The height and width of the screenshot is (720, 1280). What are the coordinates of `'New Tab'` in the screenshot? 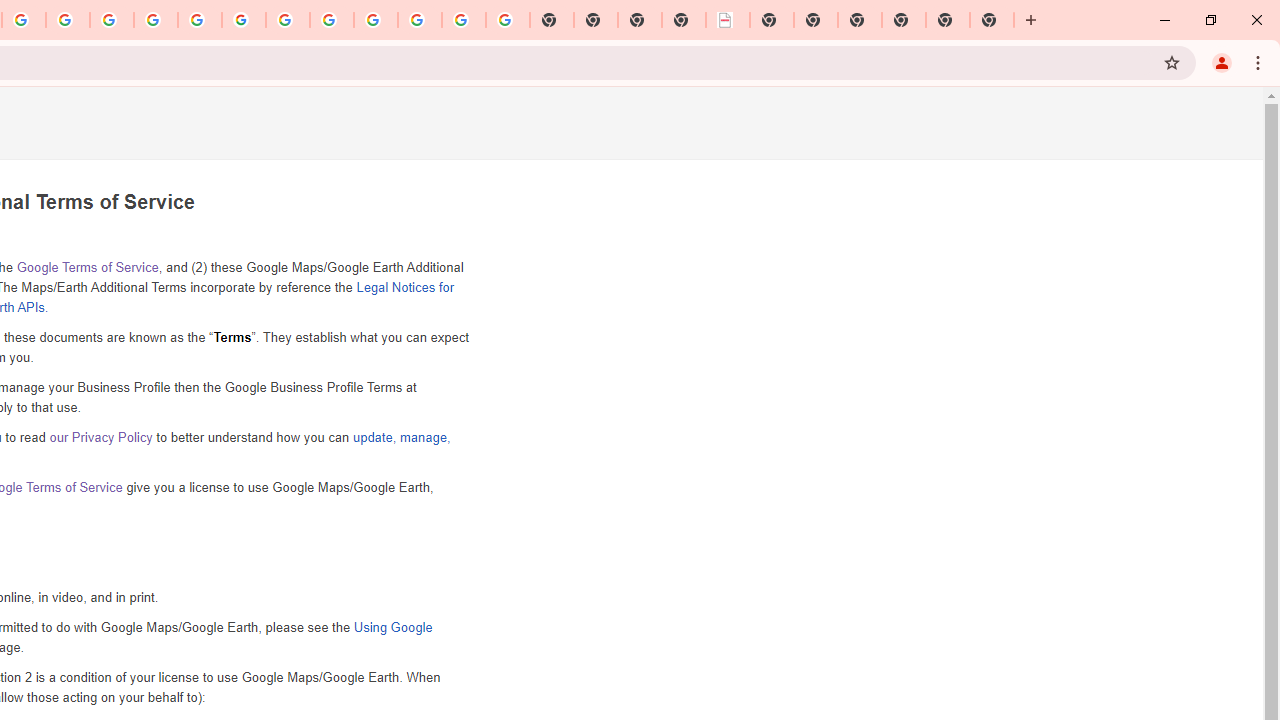 It's located at (860, 20).